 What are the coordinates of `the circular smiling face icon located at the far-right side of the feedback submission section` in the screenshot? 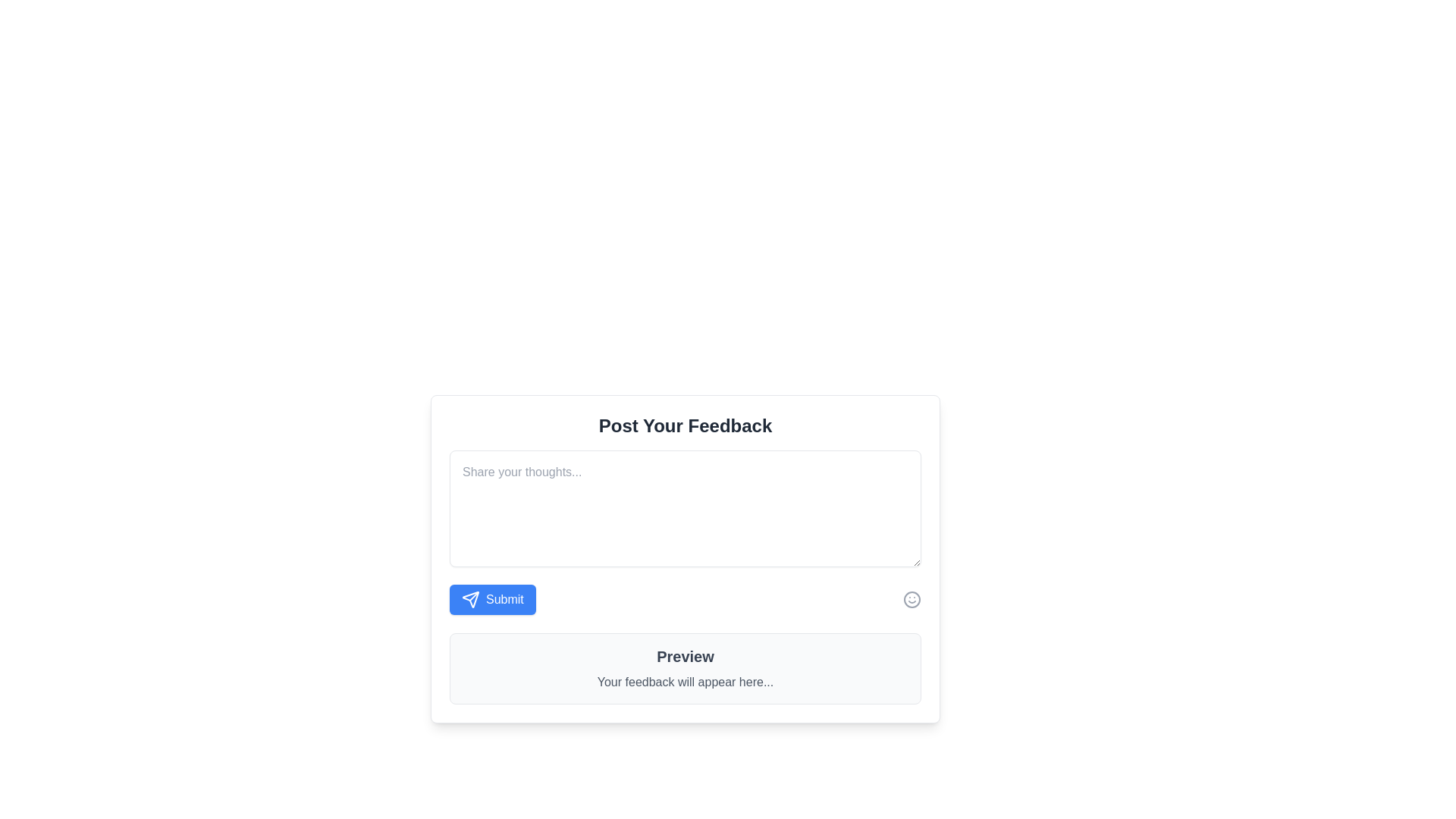 It's located at (912, 598).